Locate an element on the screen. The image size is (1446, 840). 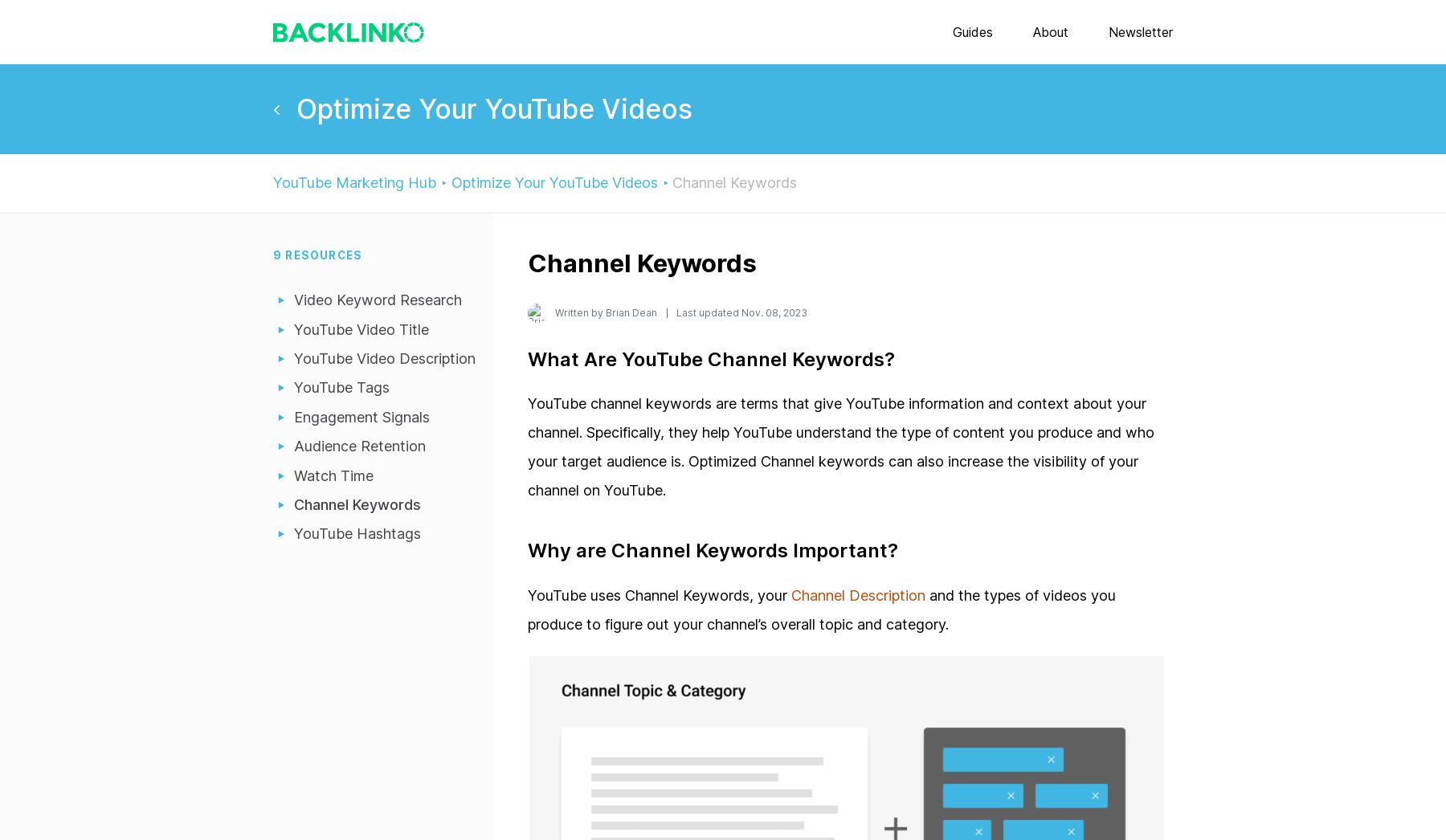
'Guides' is located at coordinates (972, 31).